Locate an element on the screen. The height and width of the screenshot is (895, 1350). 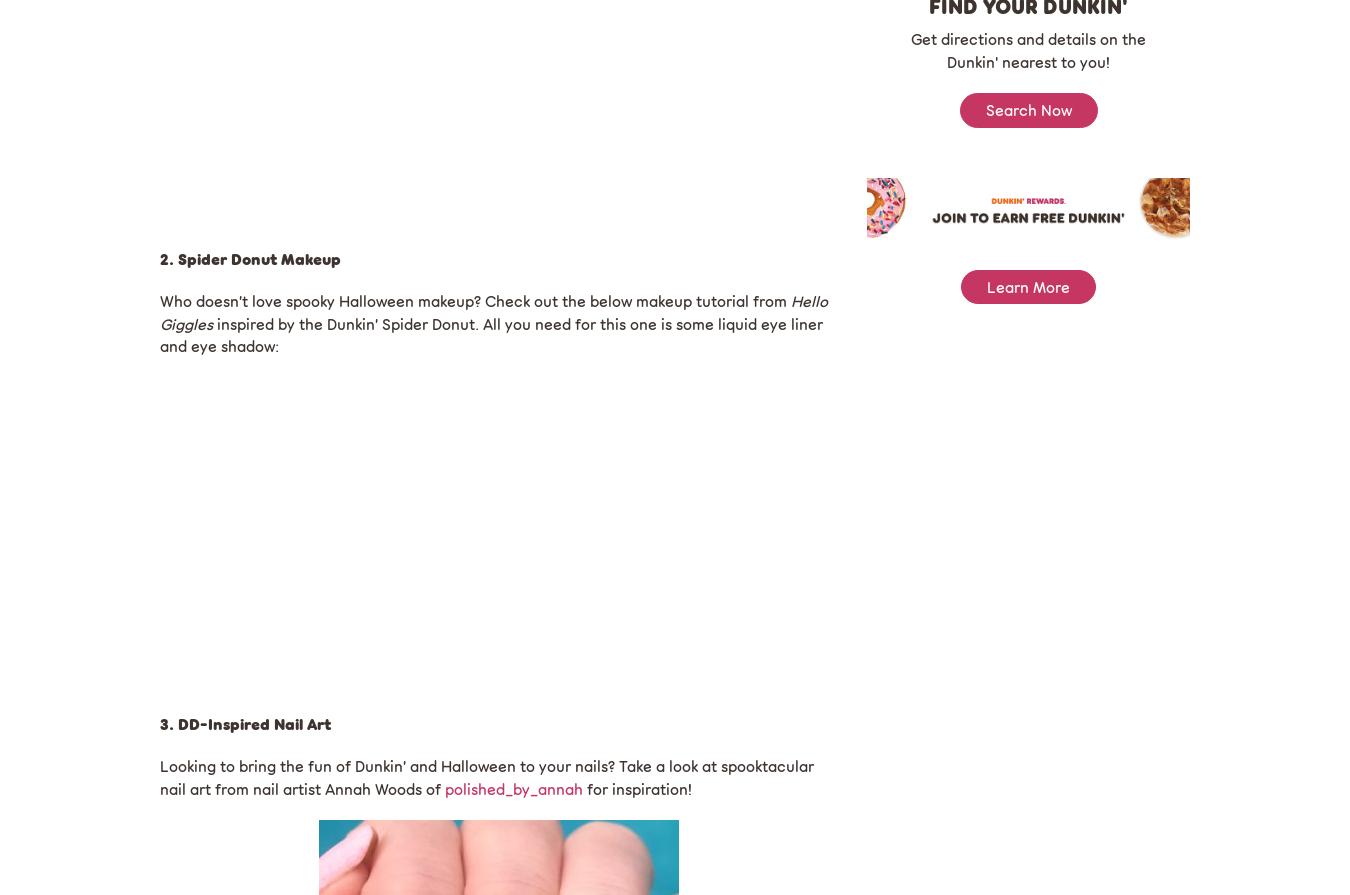
'2. Spider Donut Makeup' is located at coordinates (249, 258).